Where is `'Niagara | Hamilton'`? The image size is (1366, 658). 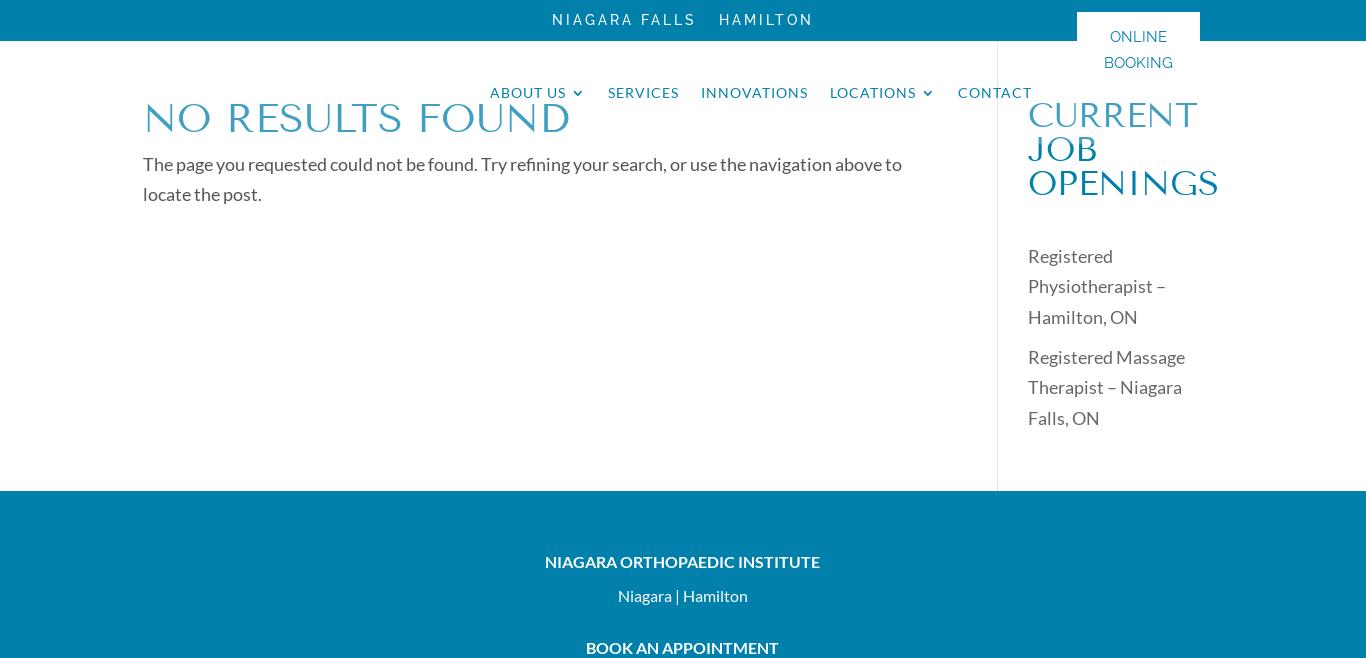 'Niagara | Hamilton' is located at coordinates (616, 593).